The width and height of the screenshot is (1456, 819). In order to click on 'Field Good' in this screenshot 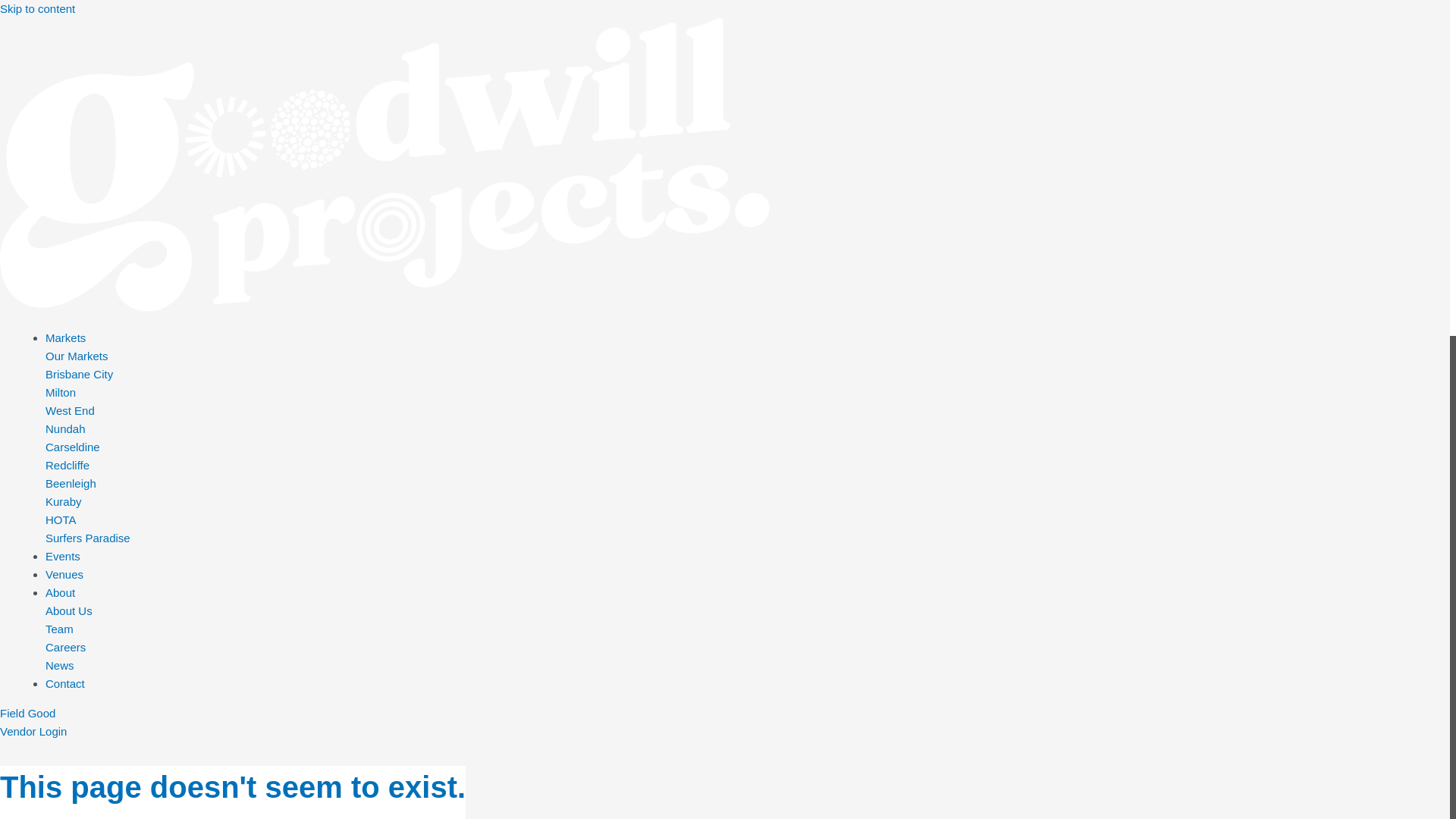, I will do `click(27, 713)`.